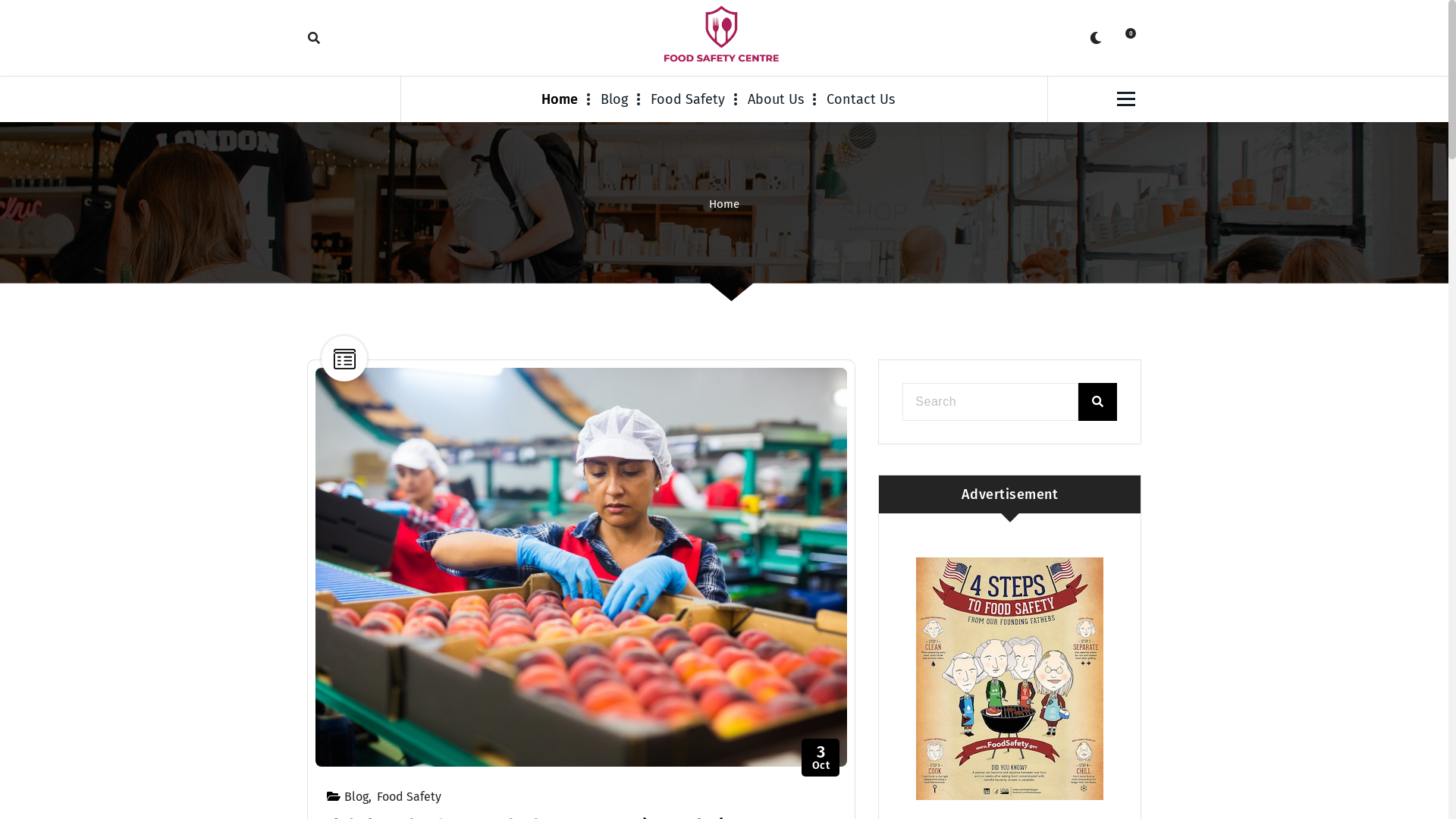 Image resolution: width=1456 pixels, height=819 pixels. I want to click on 'Food Safety', so click(687, 99).